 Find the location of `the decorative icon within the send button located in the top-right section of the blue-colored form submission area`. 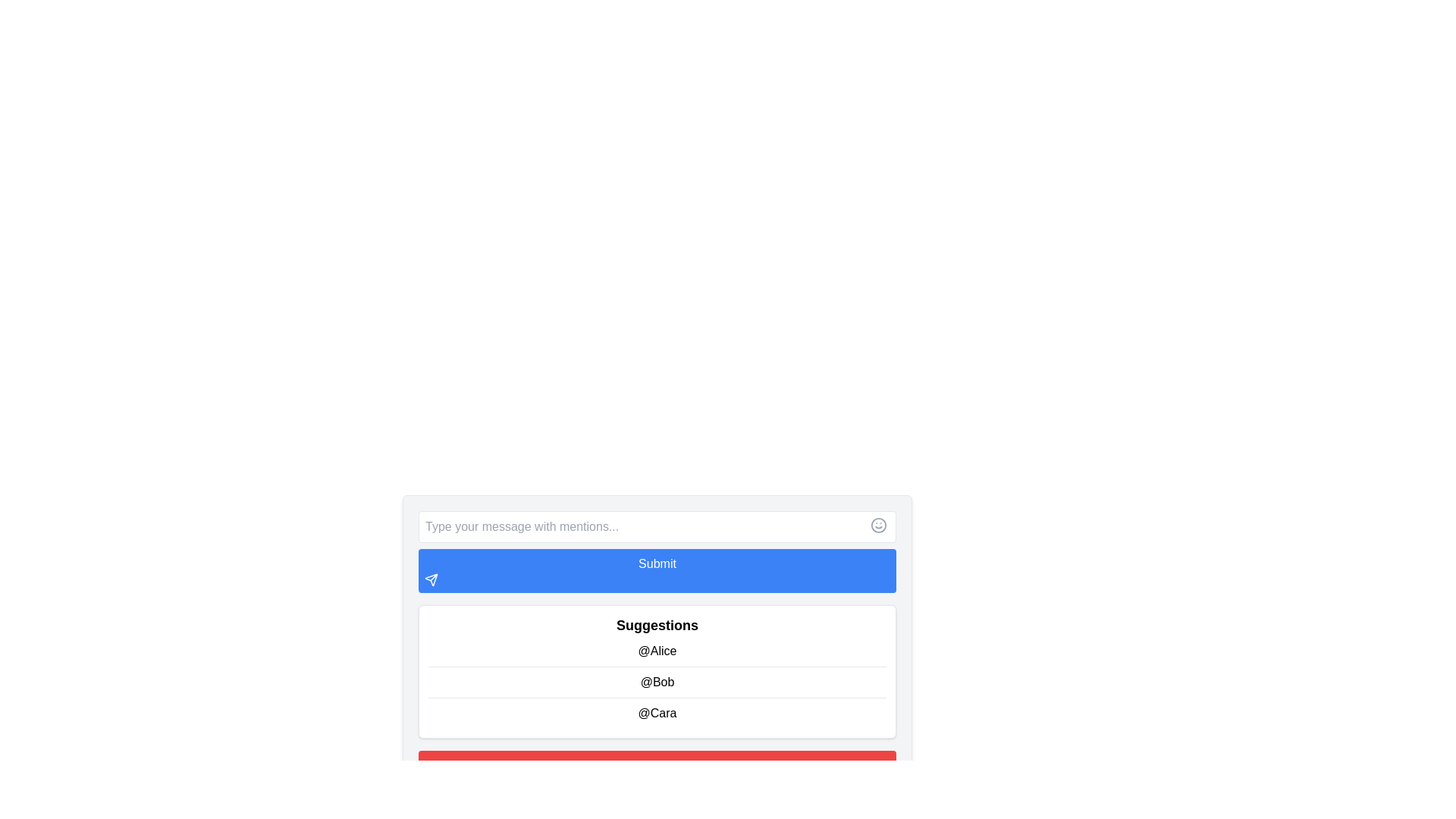

the decorative icon within the send button located in the top-right section of the blue-colored form submission area is located at coordinates (431, 579).